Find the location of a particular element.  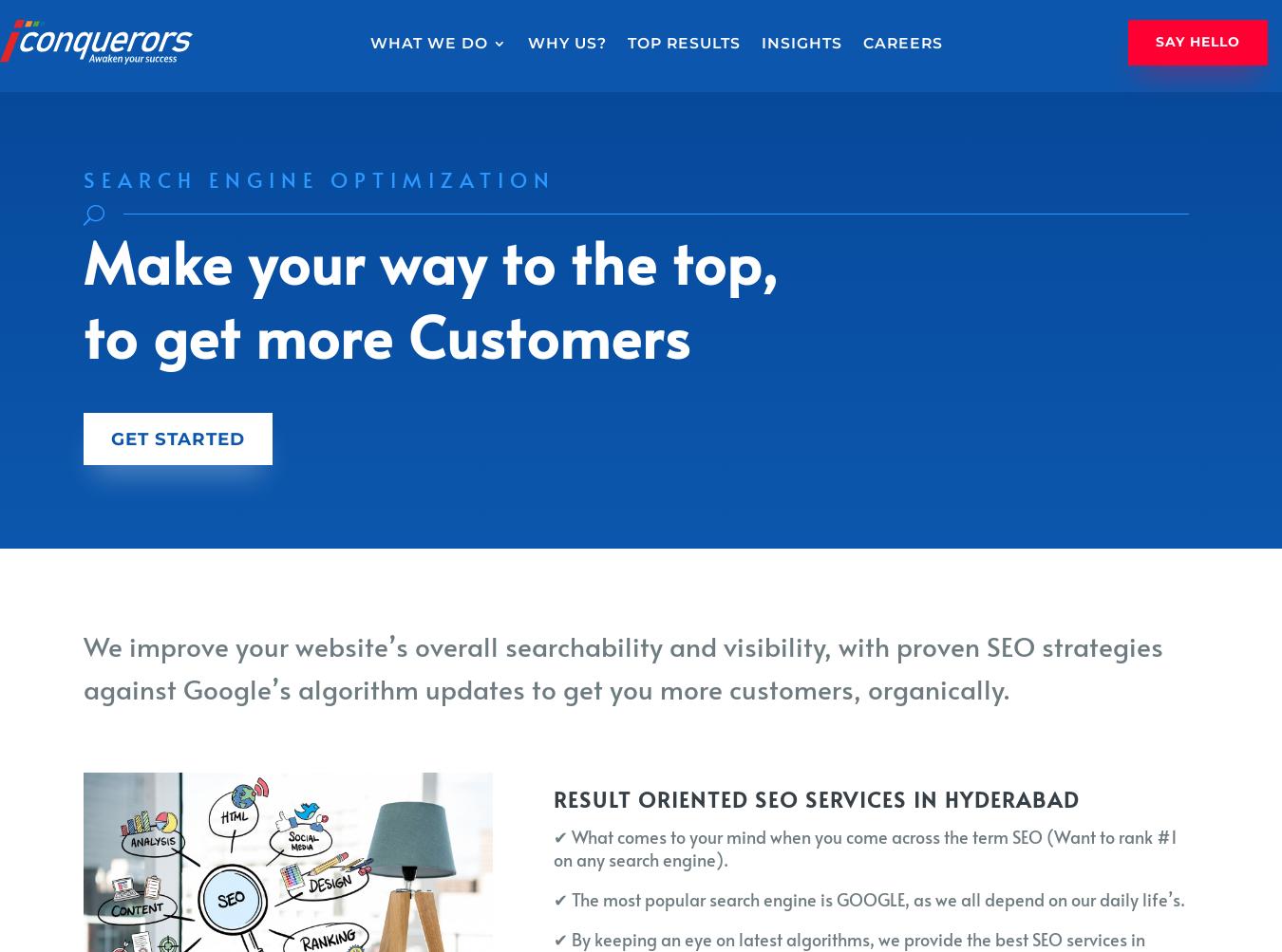

'Say Hello' is located at coordinates (1197, 42).